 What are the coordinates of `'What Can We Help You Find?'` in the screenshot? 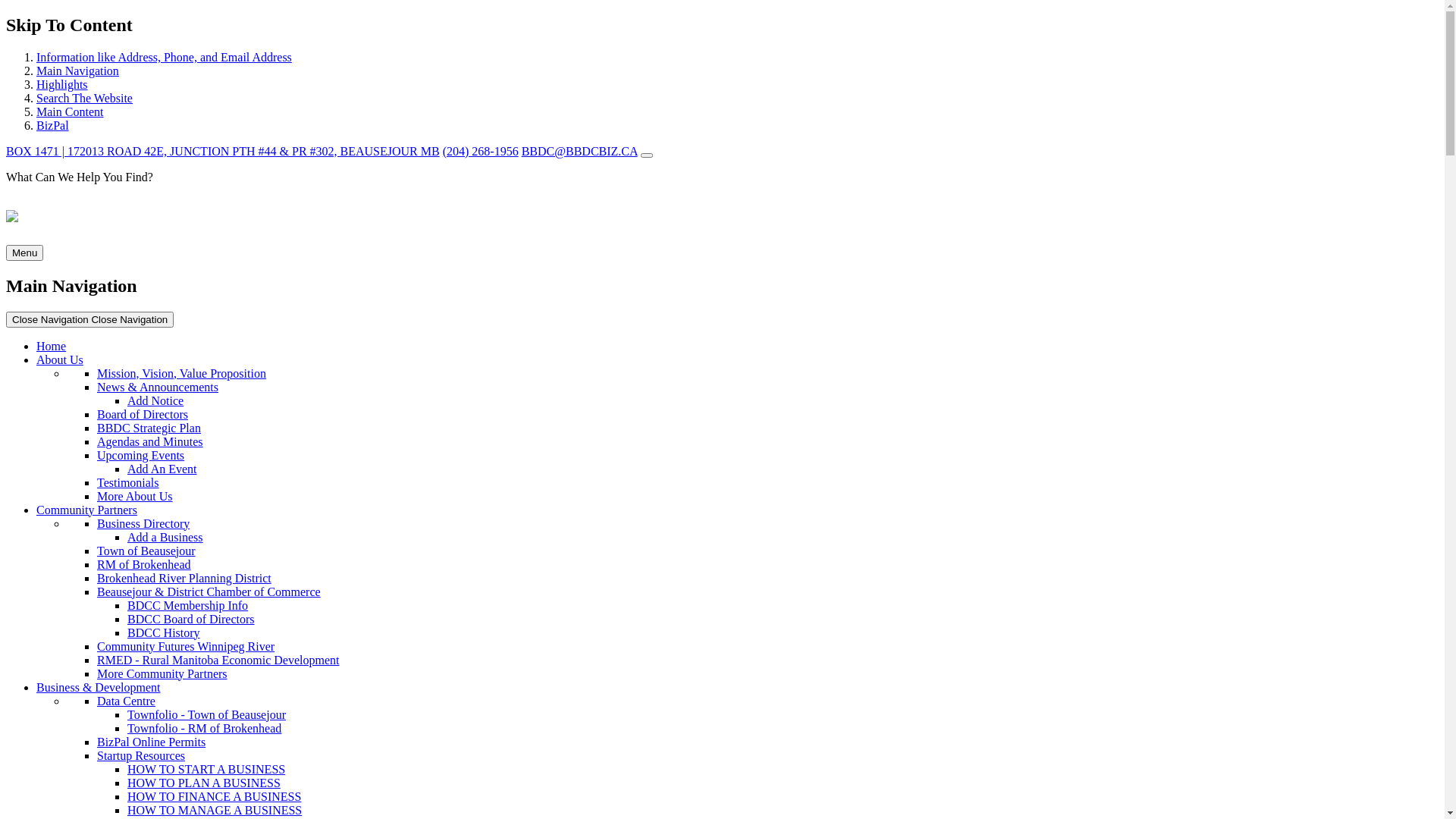 It's located at (721, 189).